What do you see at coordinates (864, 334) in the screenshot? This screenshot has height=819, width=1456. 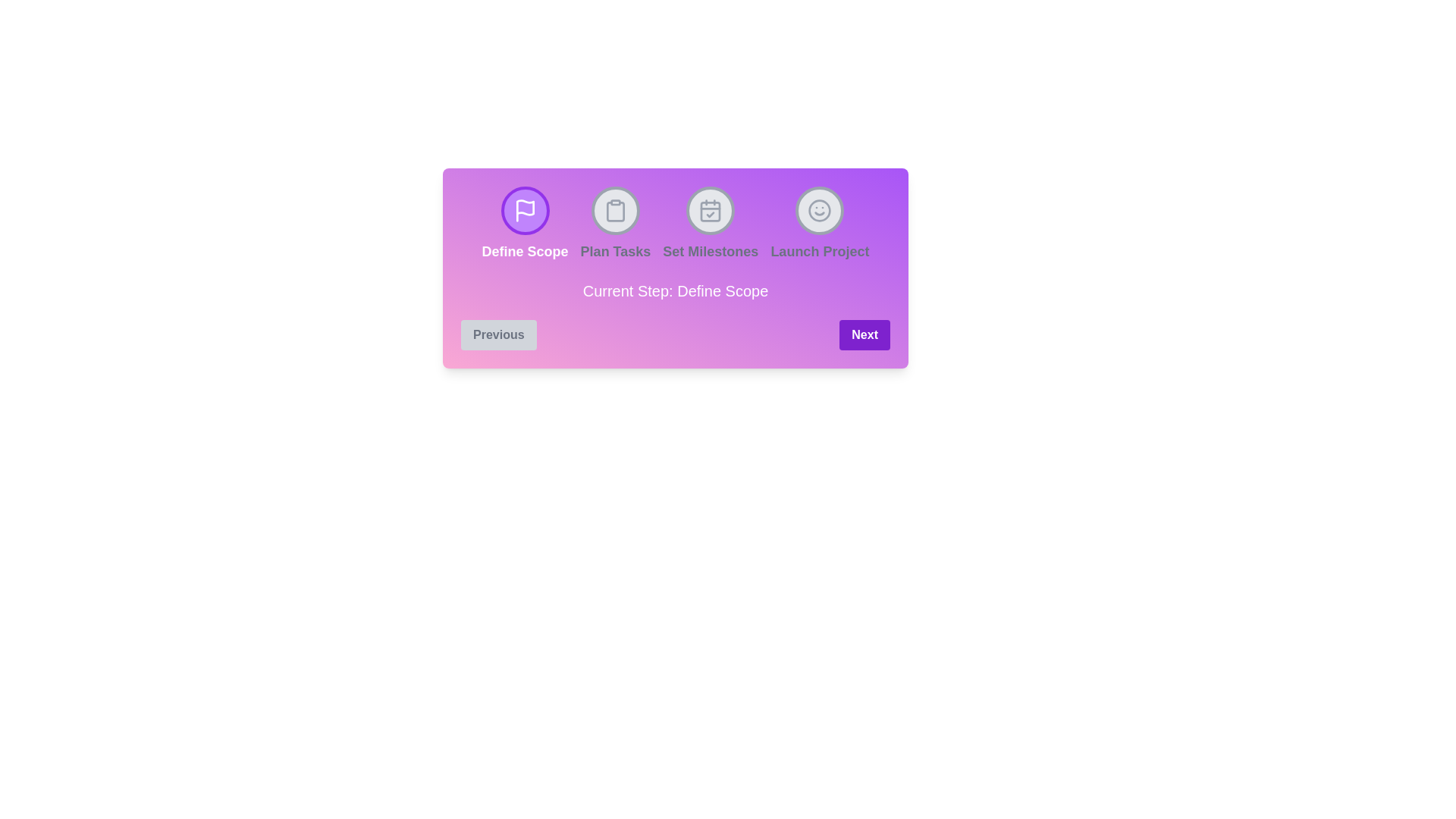 I see `the 'Next' button to proceed to the next step` at bounding box center [864, 334].